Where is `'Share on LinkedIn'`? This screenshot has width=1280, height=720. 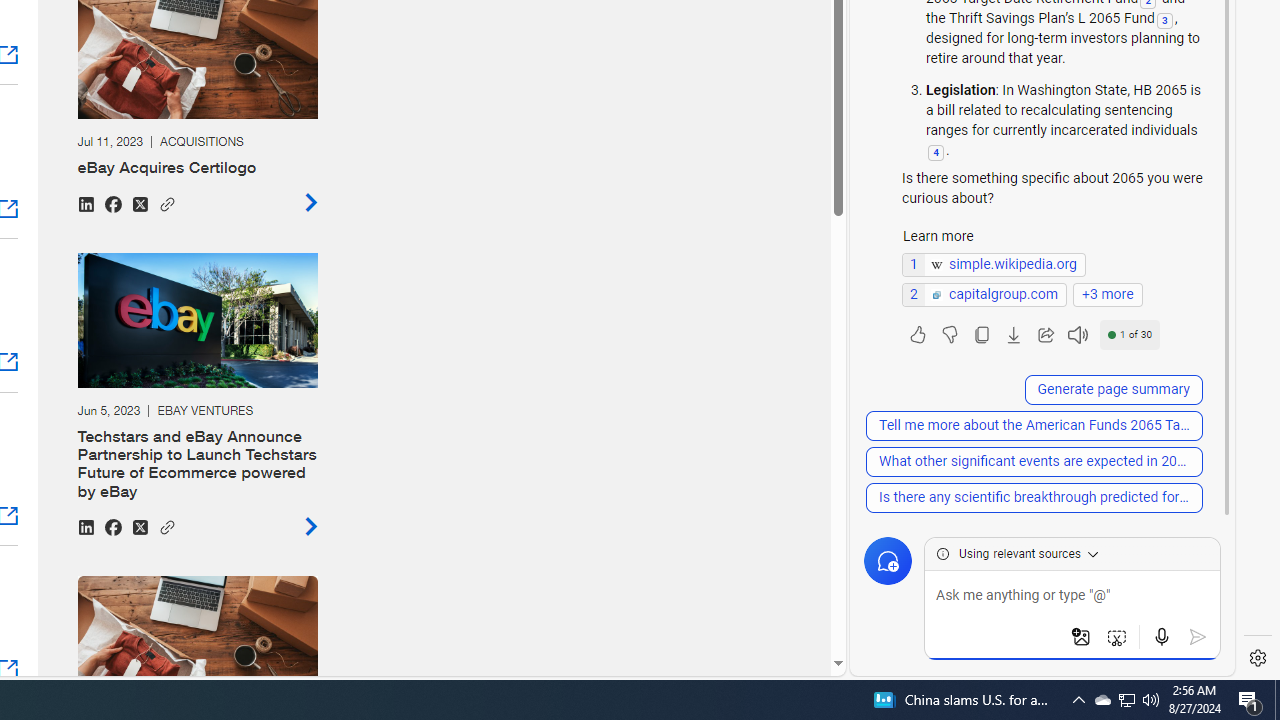 'Share on LinkedIn' is located at coordinates (84, 525).